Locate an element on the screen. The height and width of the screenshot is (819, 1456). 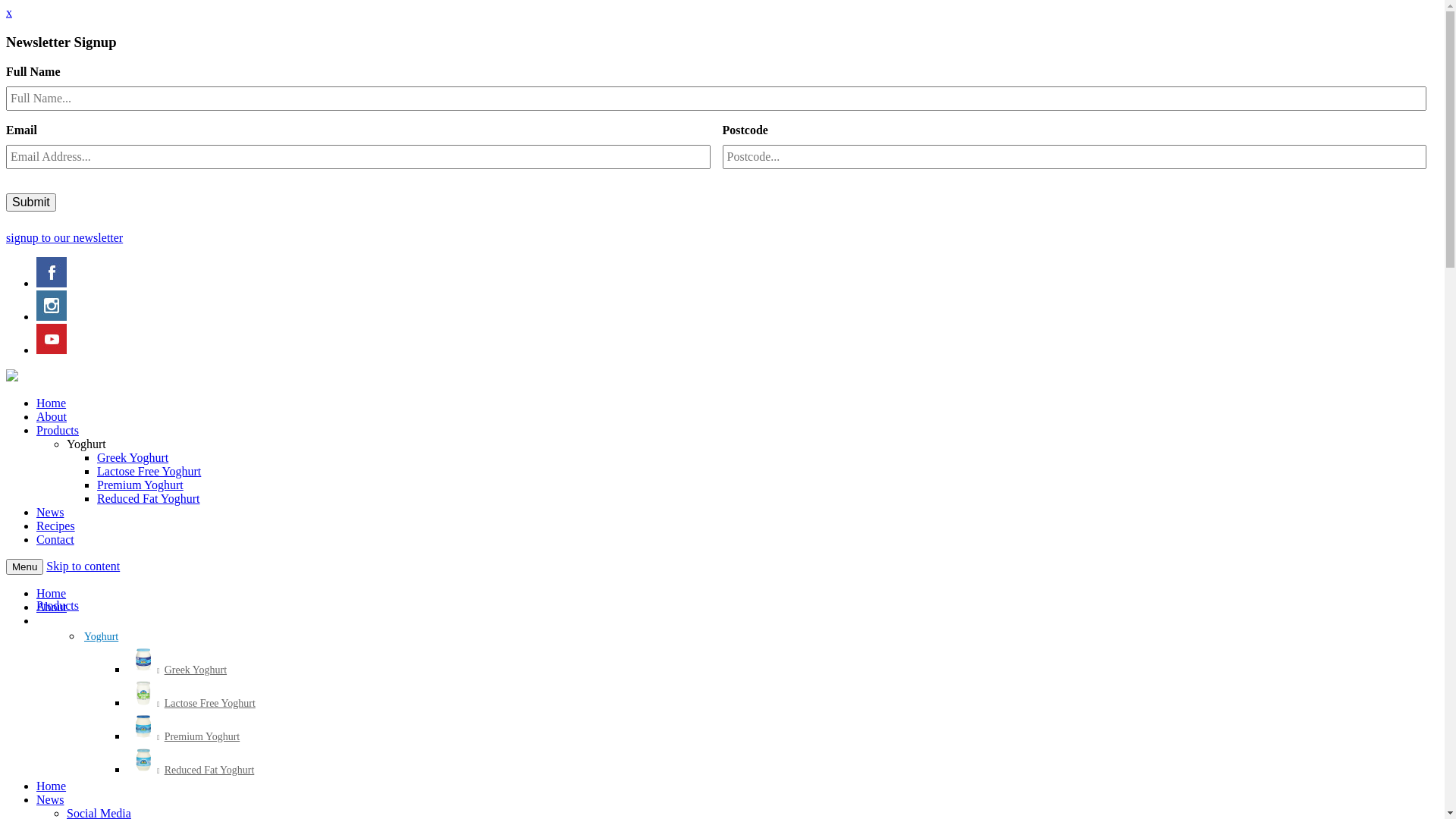
'Recipes' is located at coordinates (36, 525).